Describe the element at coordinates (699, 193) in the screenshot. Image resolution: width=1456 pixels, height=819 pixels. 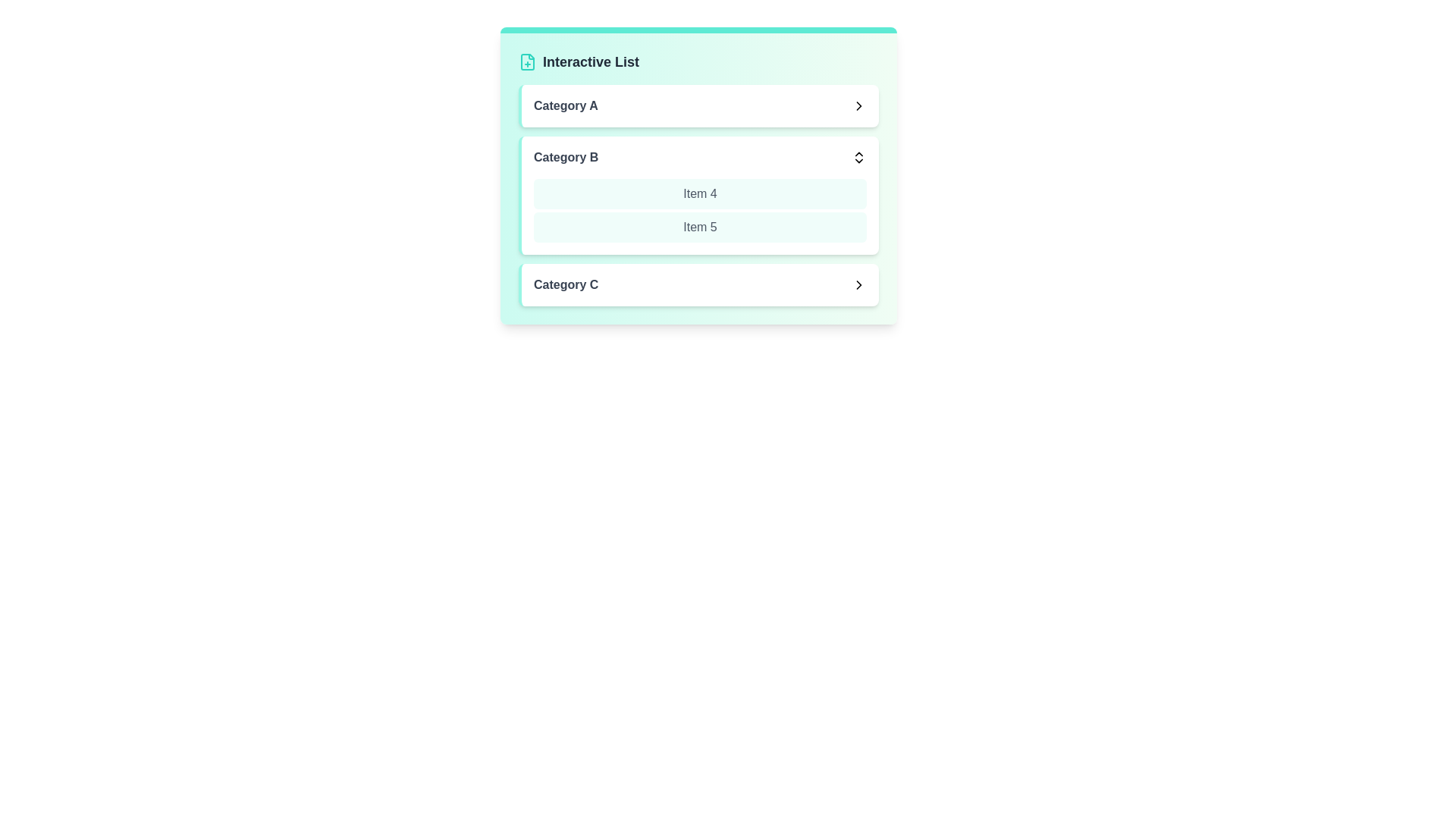
I see `the text of Item 4 for copying` at that location.